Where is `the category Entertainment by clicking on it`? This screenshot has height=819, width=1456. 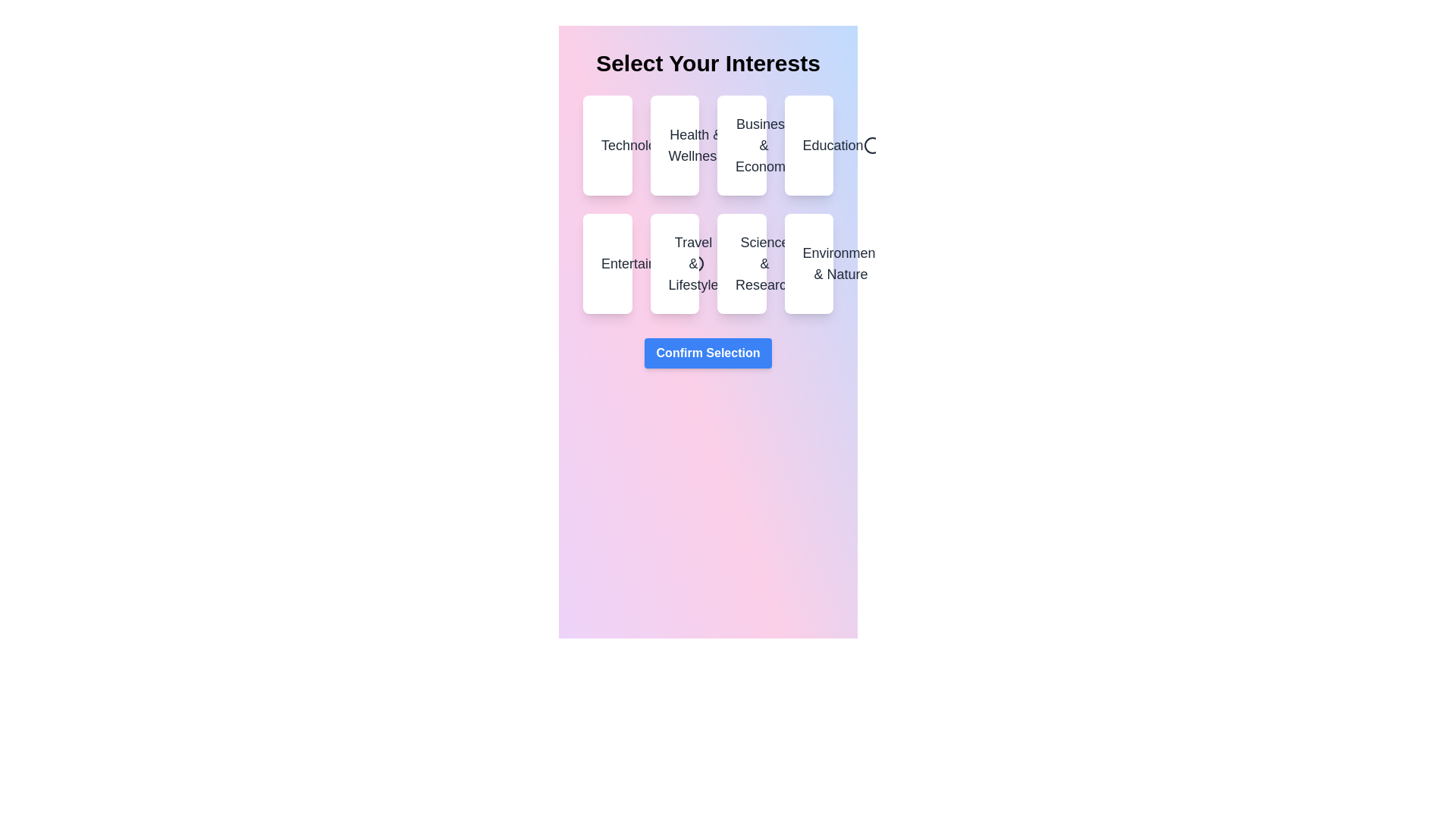
the category Entertainment by clicking on it is located at coordinates (607, 262).